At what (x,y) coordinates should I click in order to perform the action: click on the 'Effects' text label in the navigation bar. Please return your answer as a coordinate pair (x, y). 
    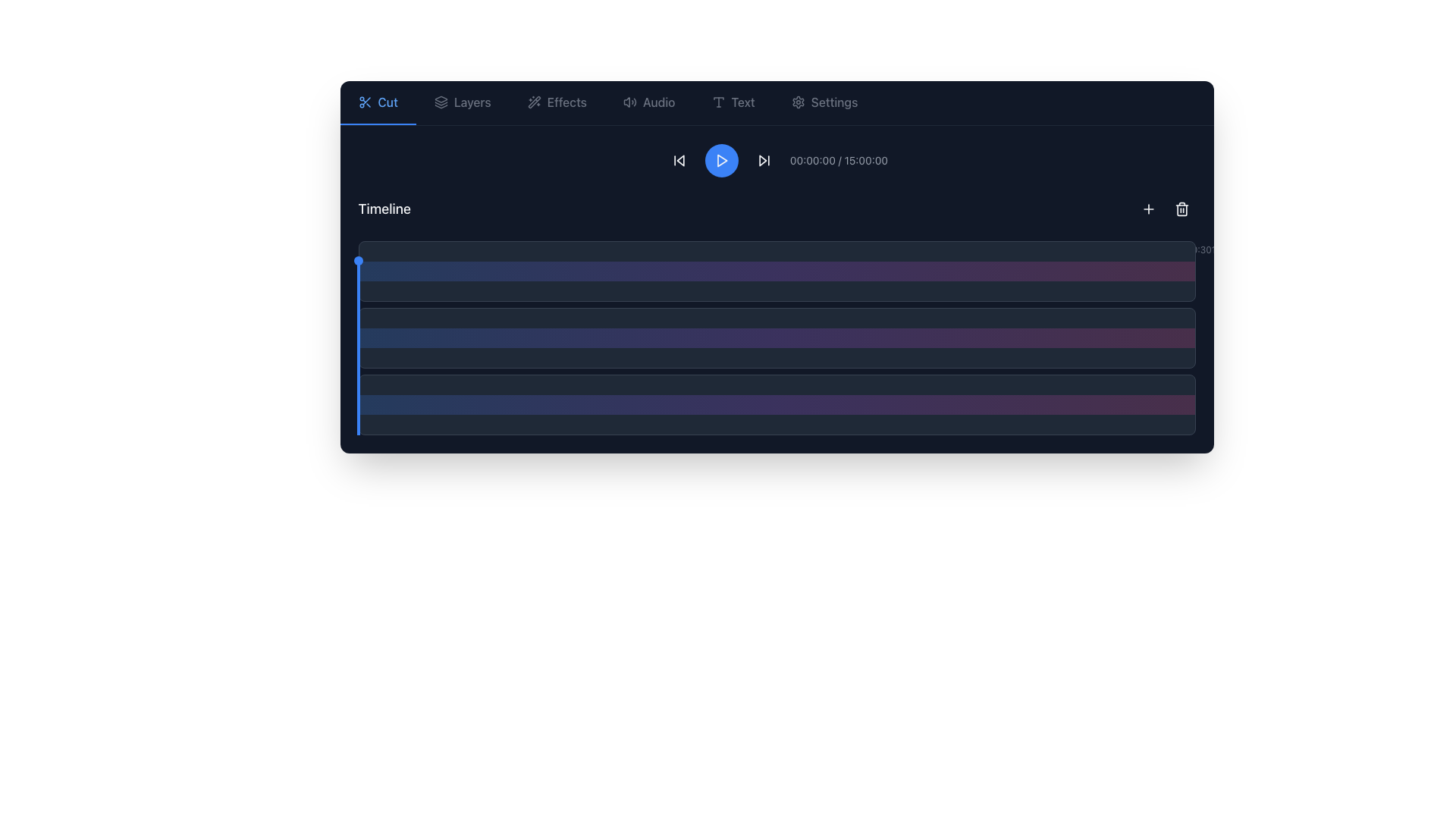
    Looking at the image, I should click on (566, 102).